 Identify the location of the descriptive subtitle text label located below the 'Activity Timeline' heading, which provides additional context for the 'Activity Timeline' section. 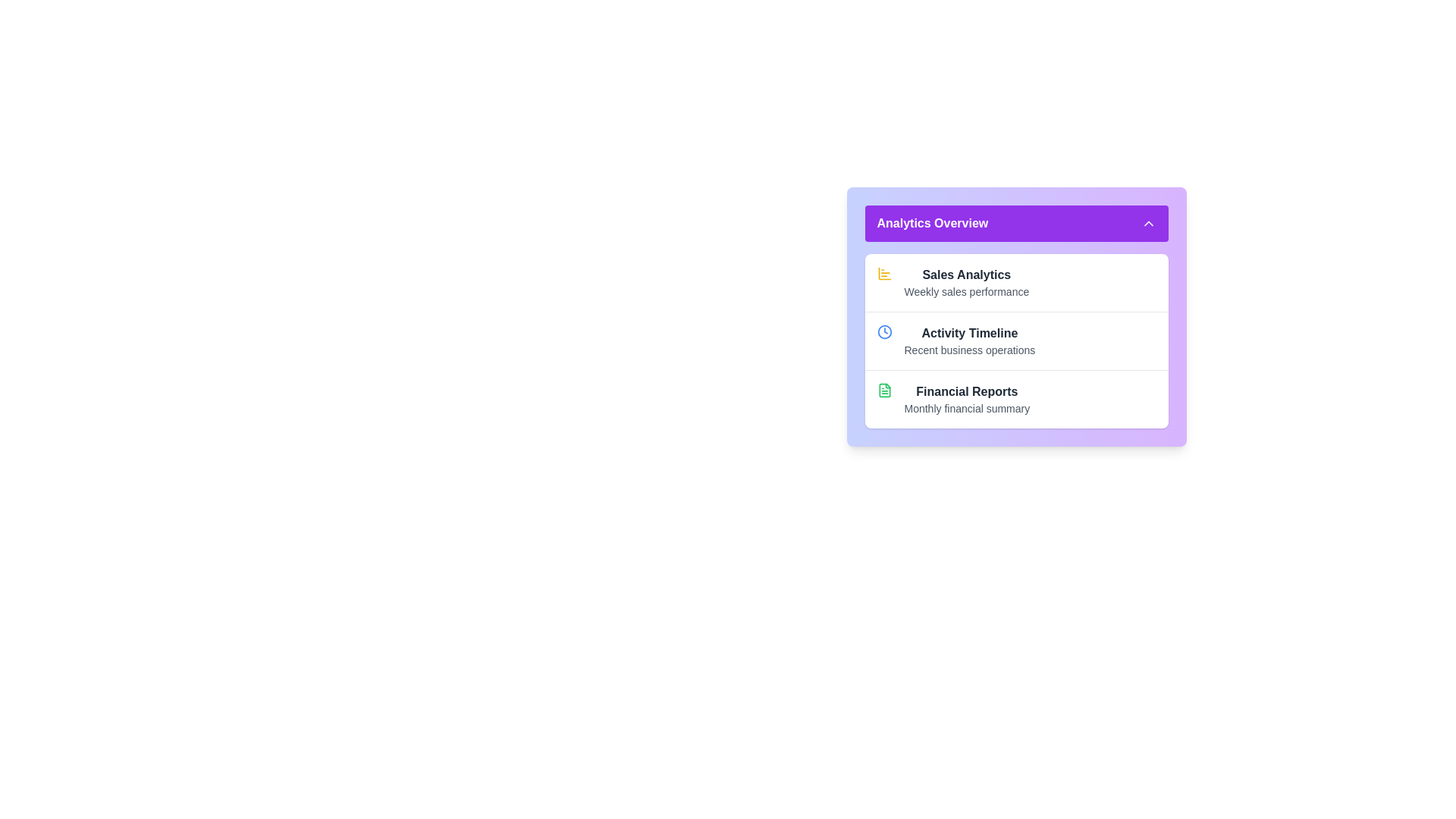
(968, 350).